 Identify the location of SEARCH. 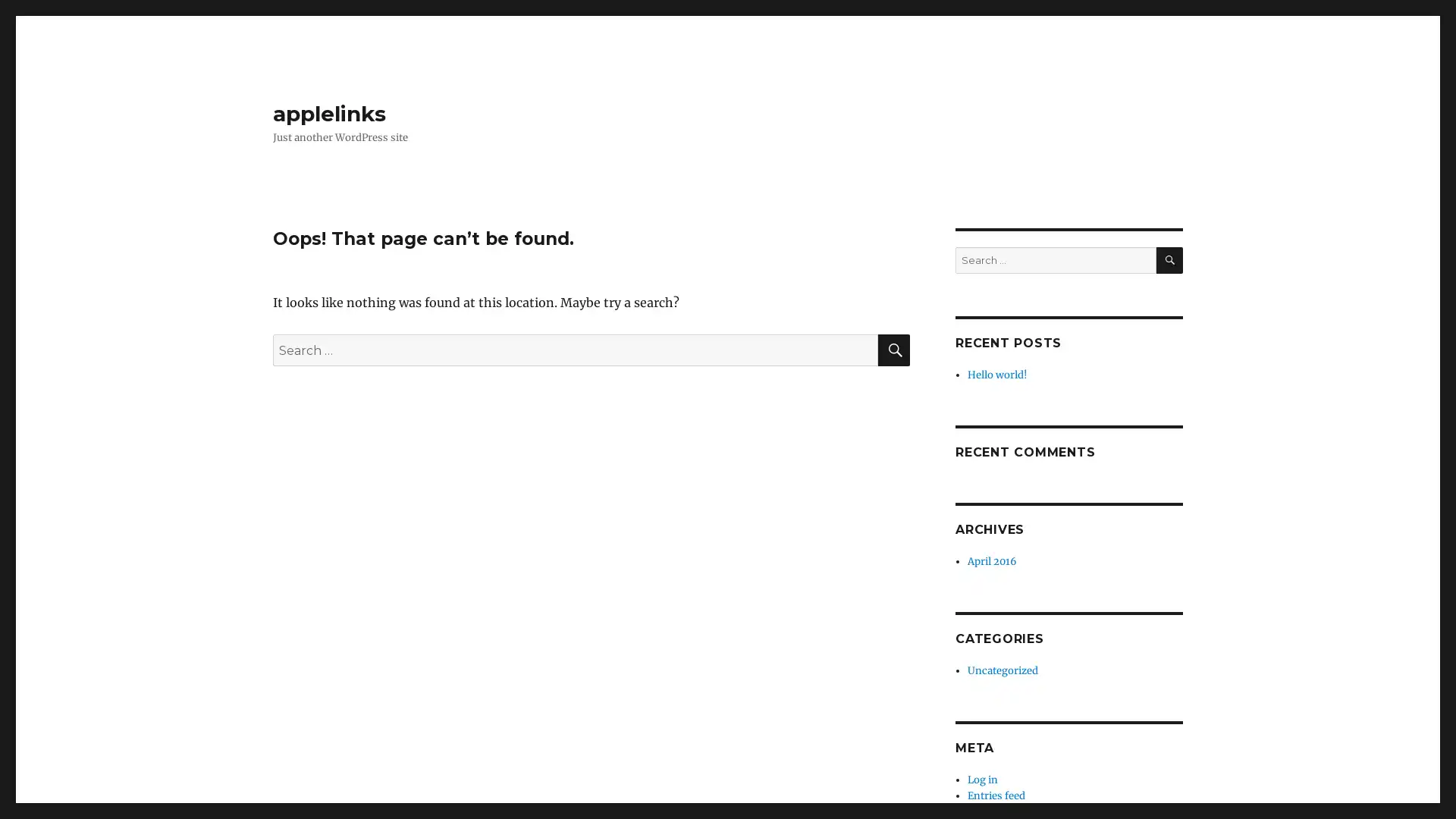
(894, 350).